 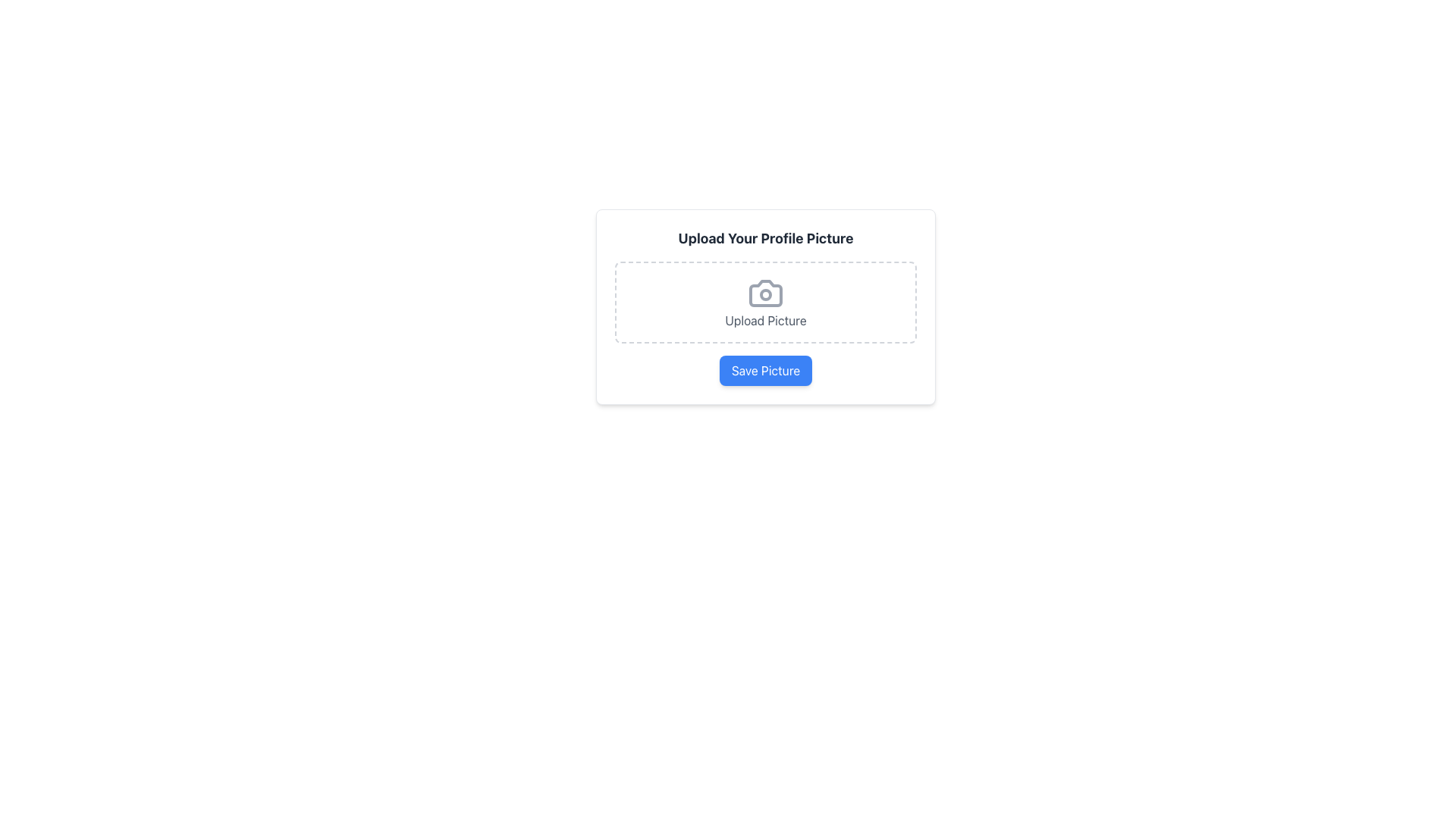 I want to click on the text label that says 'Upload Picture', which is styled in medium-gray font and located below a camera icon in the upload section, so click(x=765, y=320).